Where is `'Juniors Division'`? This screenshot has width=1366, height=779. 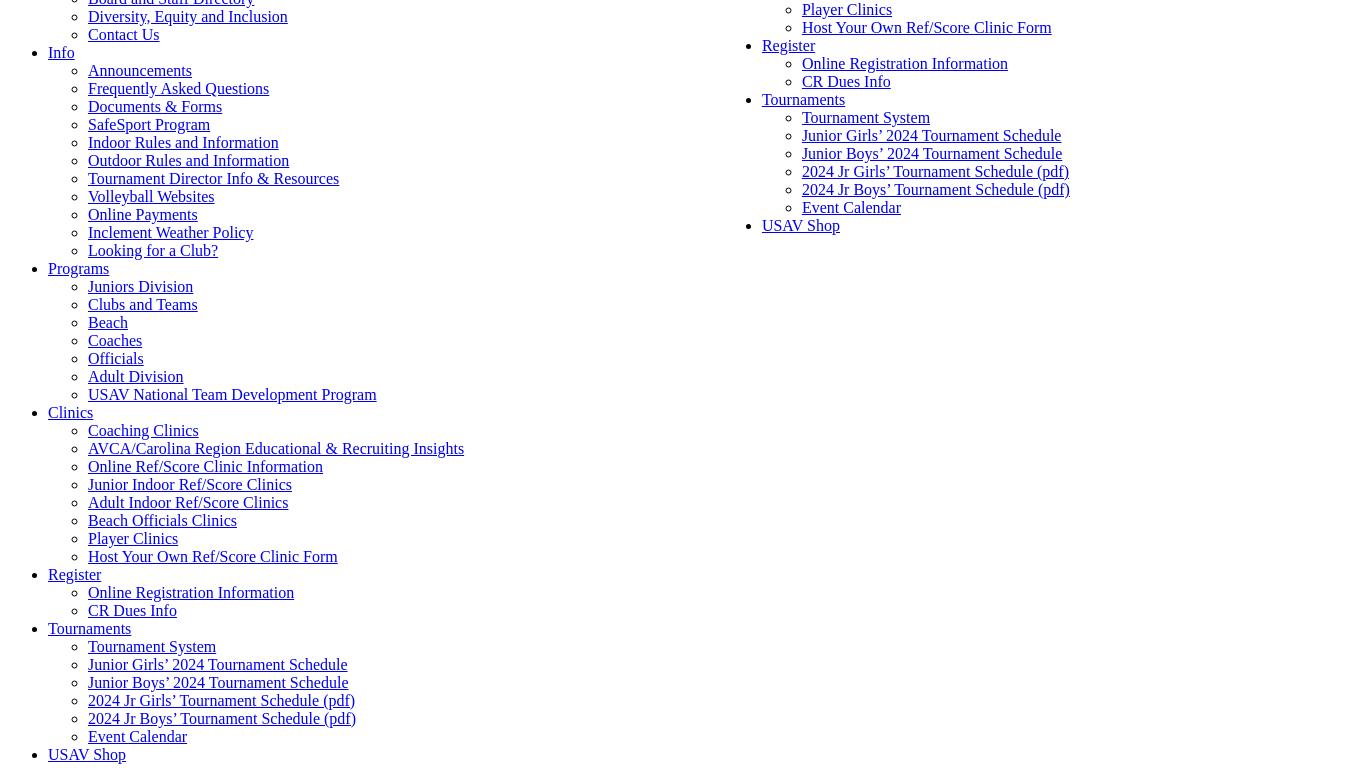
'Juniors Division' is located at coordinates (87, 284).